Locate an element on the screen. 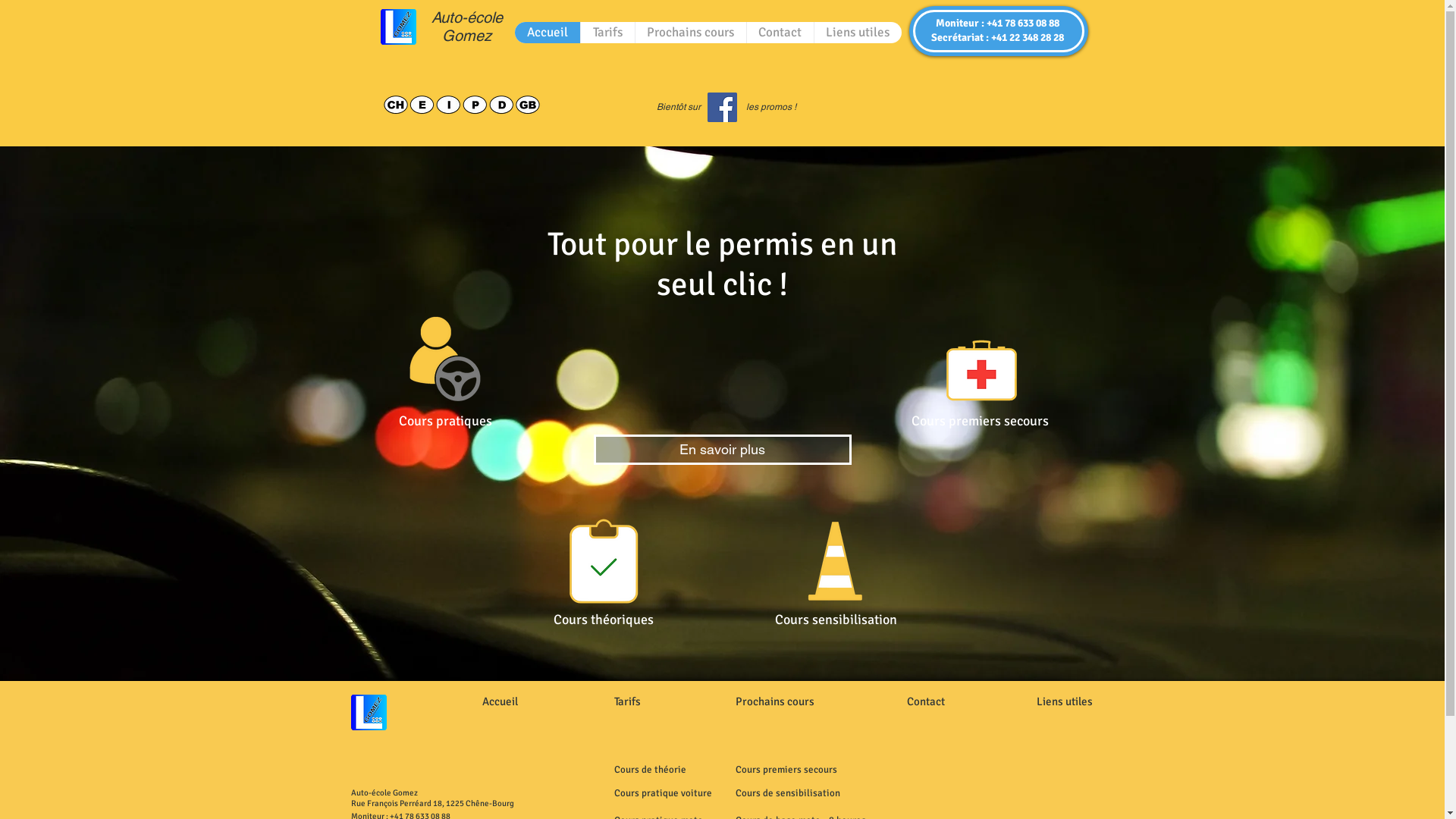  'Liens utiles' is located at coordinates (856, 32).